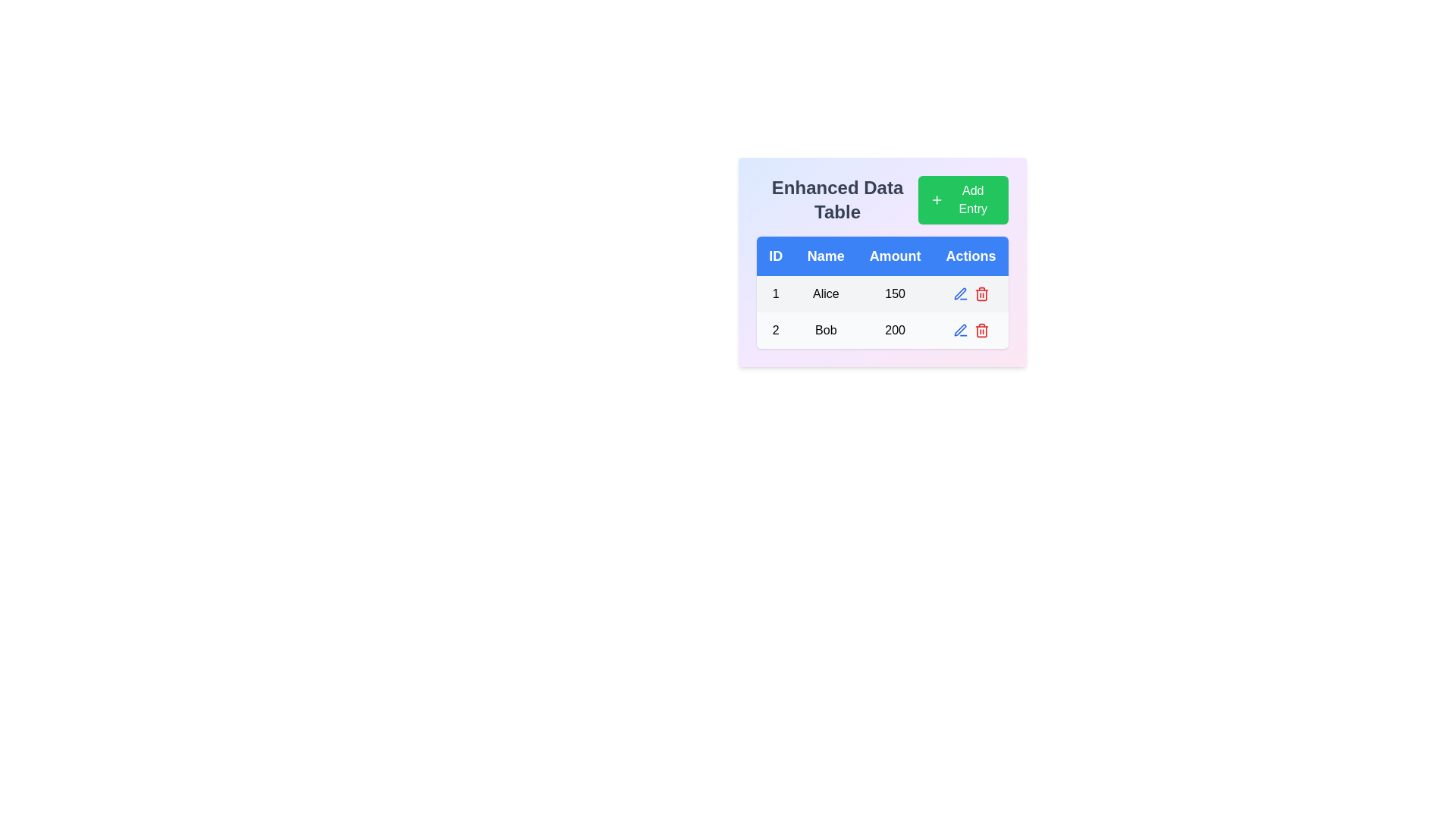  I want to click on the 'Name' text label, which is a rectangular label displaying the word 'Name' in white font on a blue background, positioned centrally in the header row of a data table, so click(825, 256).